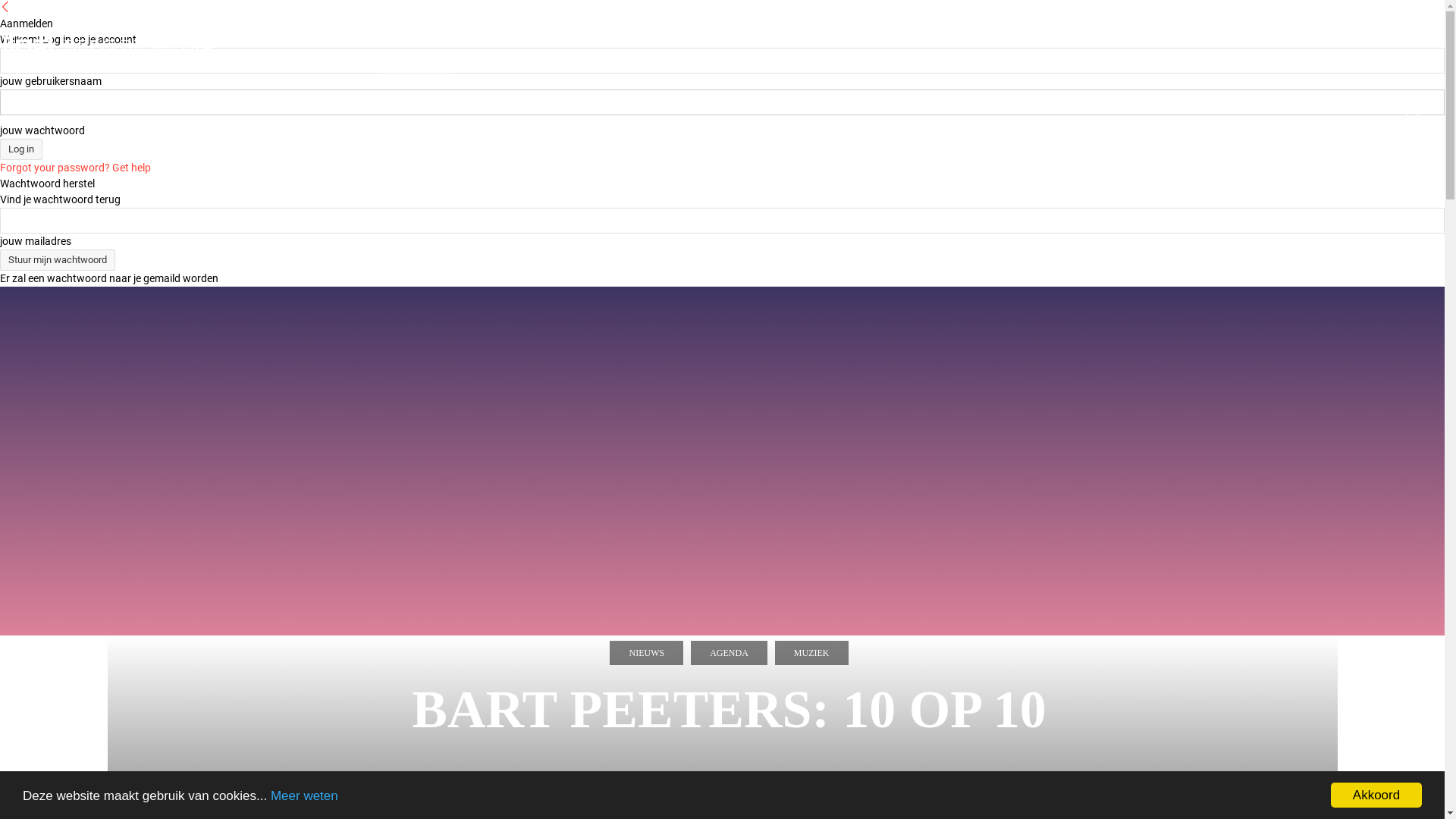 Image resolution: width=1456 pixels, height=819 pixels. Describe the element at coordinates (729, 651) in the screenshot. I see `'AGENDA'` at that location.